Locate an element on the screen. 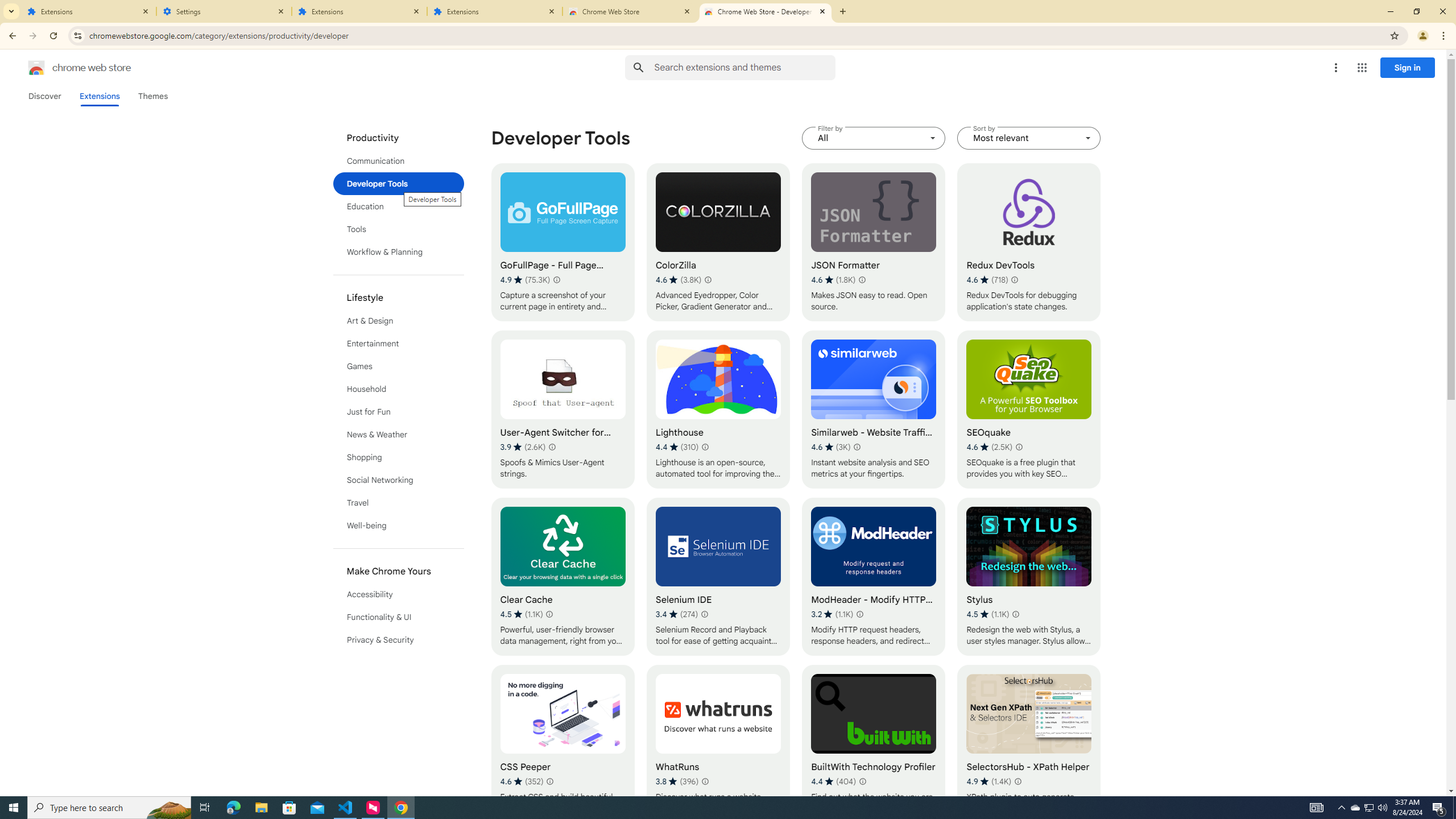 The image size is (1456, 819). 'Average rating 3.4 out of 5 stars. 274 ratings.' is located at coordinates (677, 614).